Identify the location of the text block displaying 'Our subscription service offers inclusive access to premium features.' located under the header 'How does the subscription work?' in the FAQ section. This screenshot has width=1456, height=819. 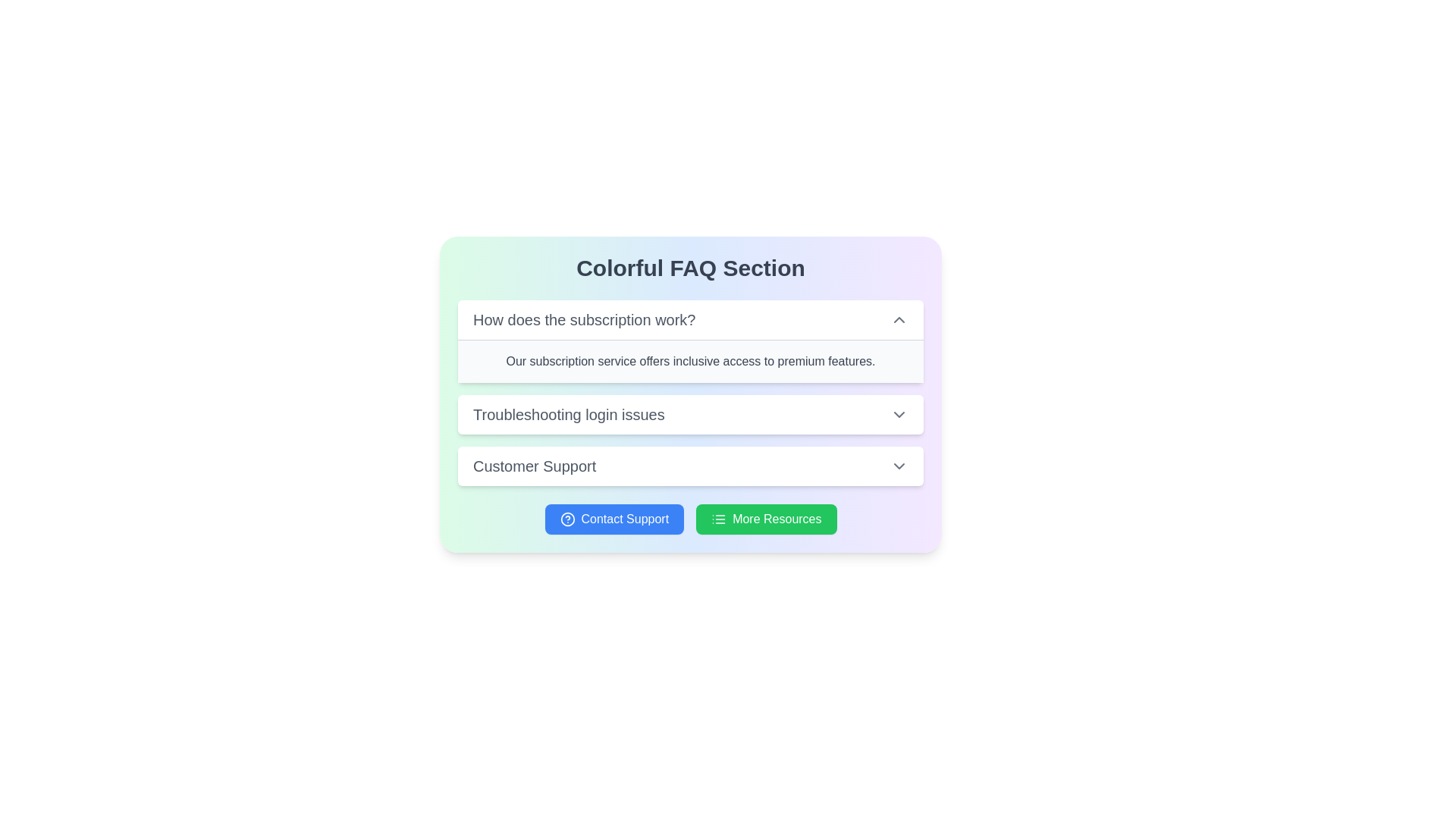
(690, 361).